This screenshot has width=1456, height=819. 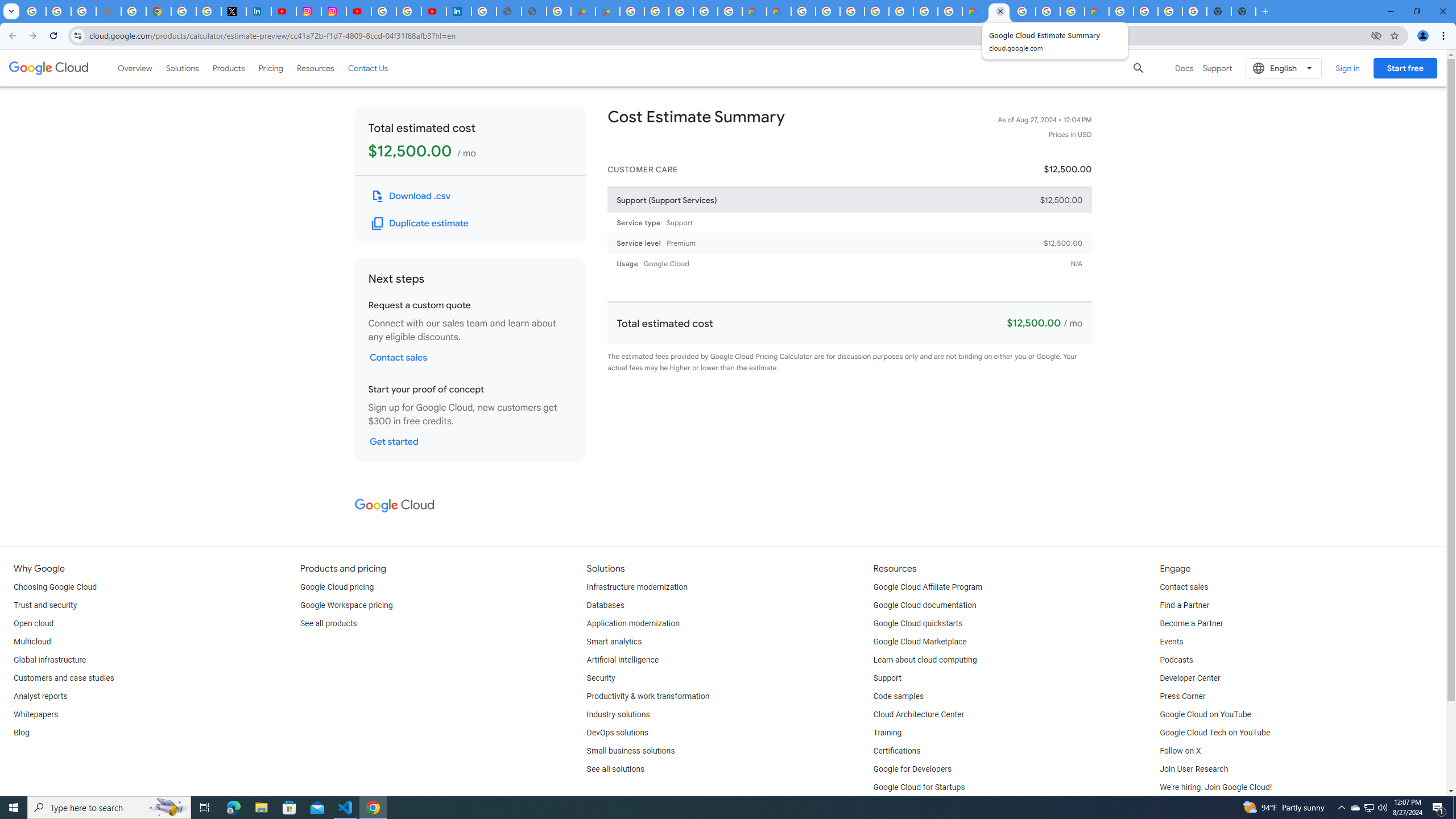 I want to click on 'Global infrastructure', so click(x=49, y=660).